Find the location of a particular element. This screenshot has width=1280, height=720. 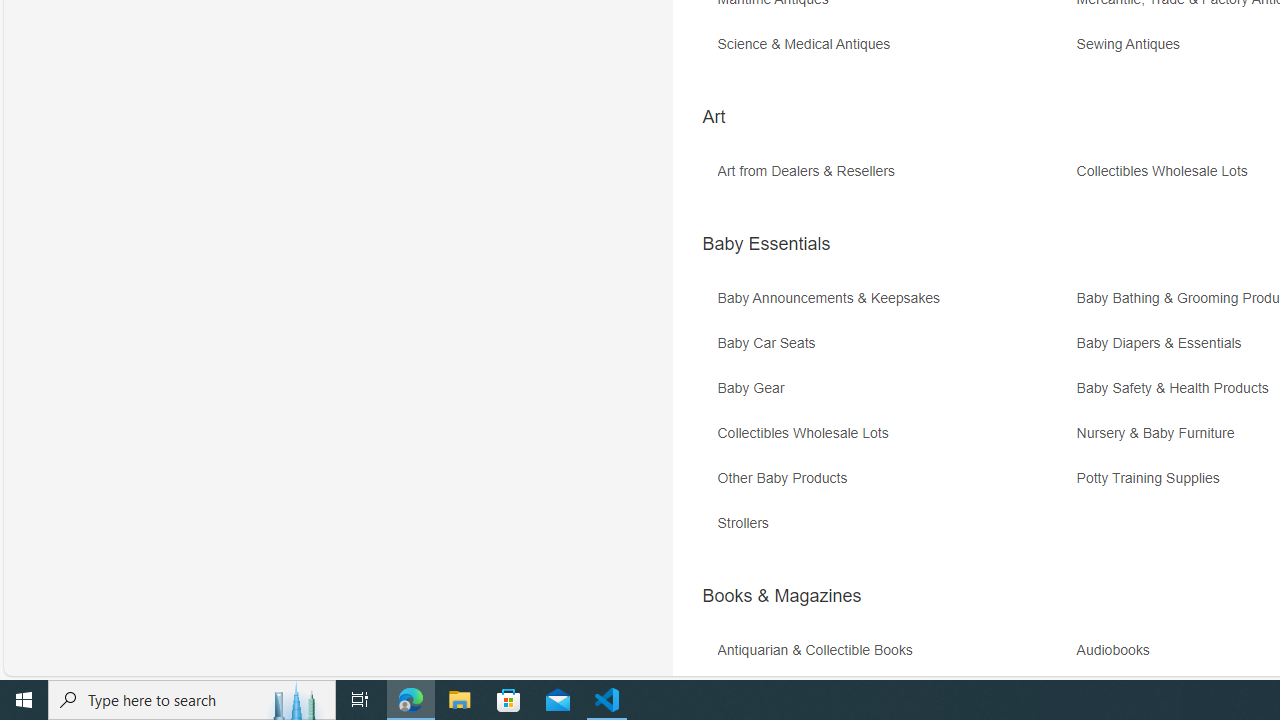

'Baby Gear' is located at coordinates (893, 395).